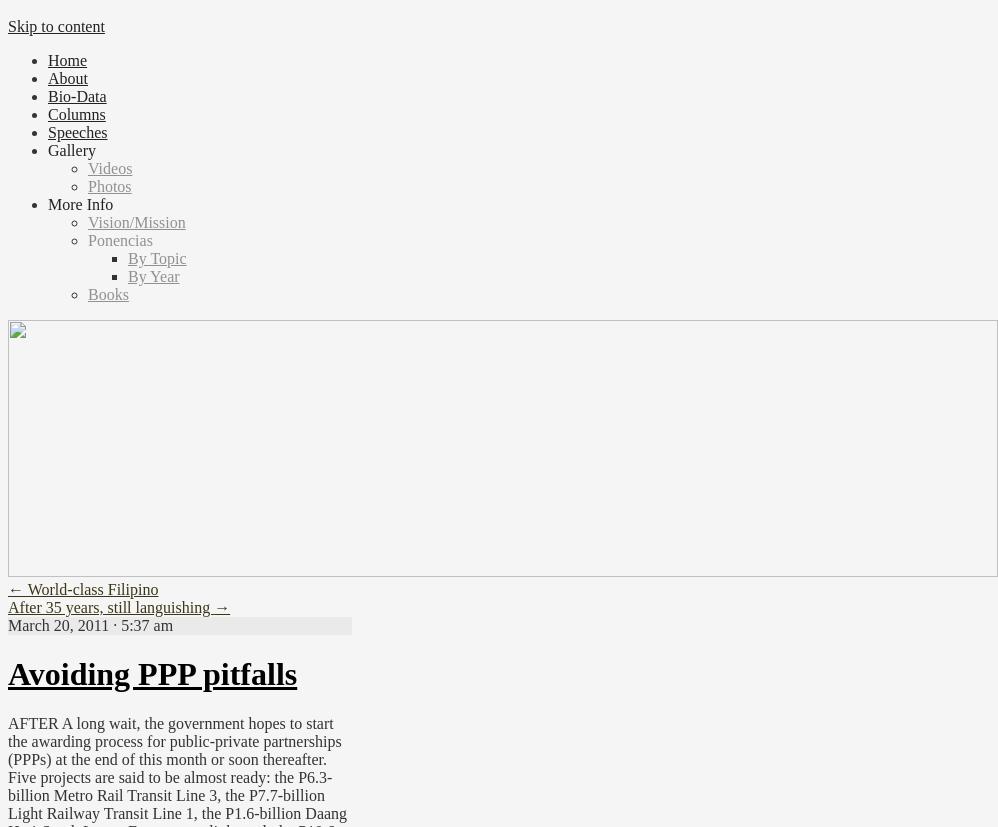 The image size is (998, 827). I want to click on 'Speeches', so click(76, 132).